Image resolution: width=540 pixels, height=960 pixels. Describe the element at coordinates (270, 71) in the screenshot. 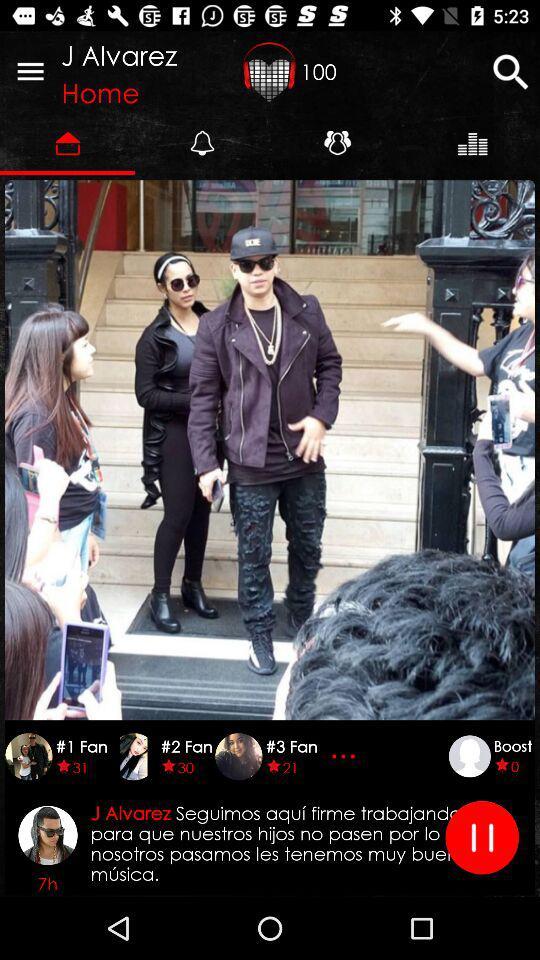

I see `icon next to the 100 item` at that location.